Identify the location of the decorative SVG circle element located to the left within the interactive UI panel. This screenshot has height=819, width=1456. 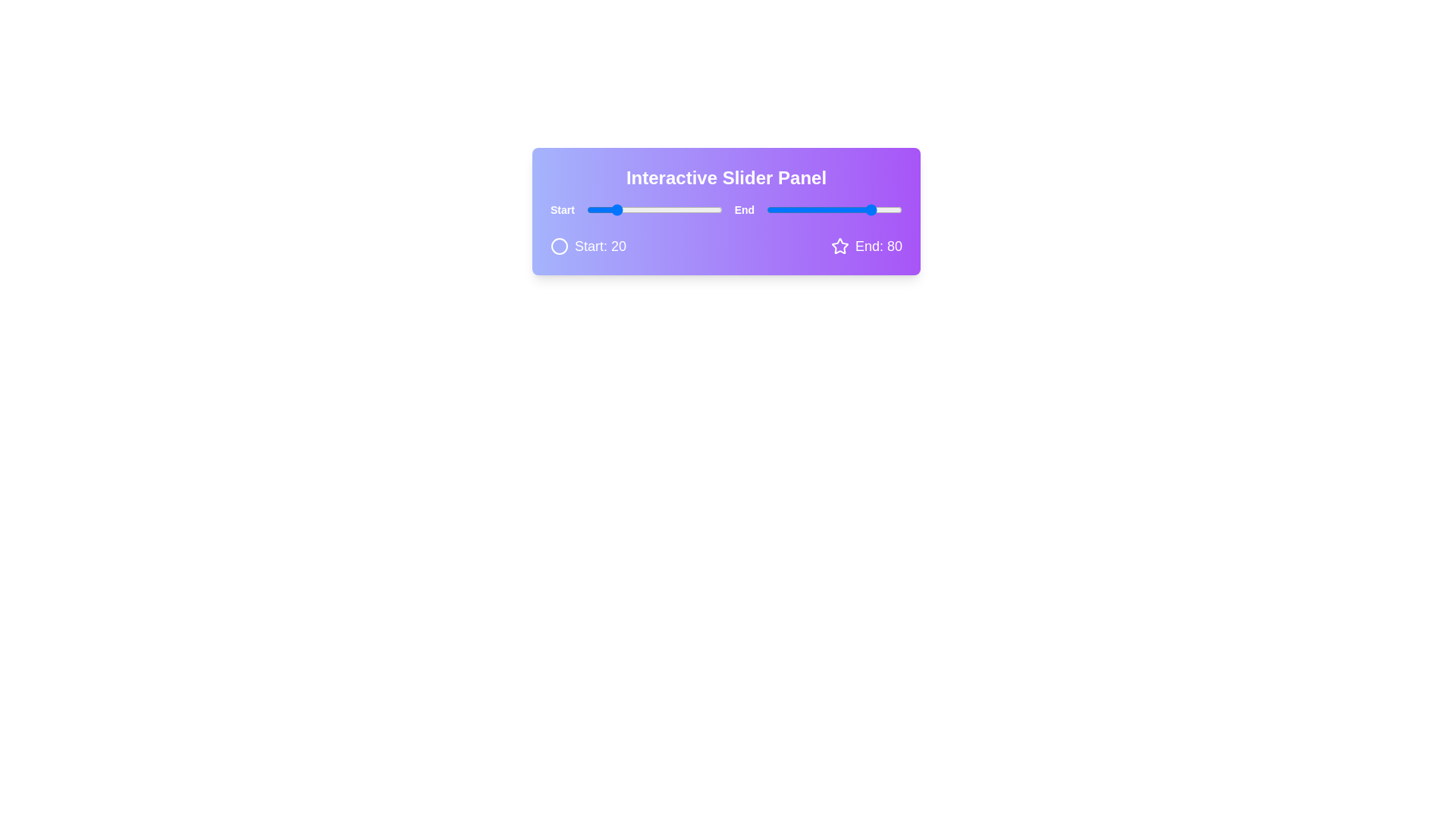
(559, 245).